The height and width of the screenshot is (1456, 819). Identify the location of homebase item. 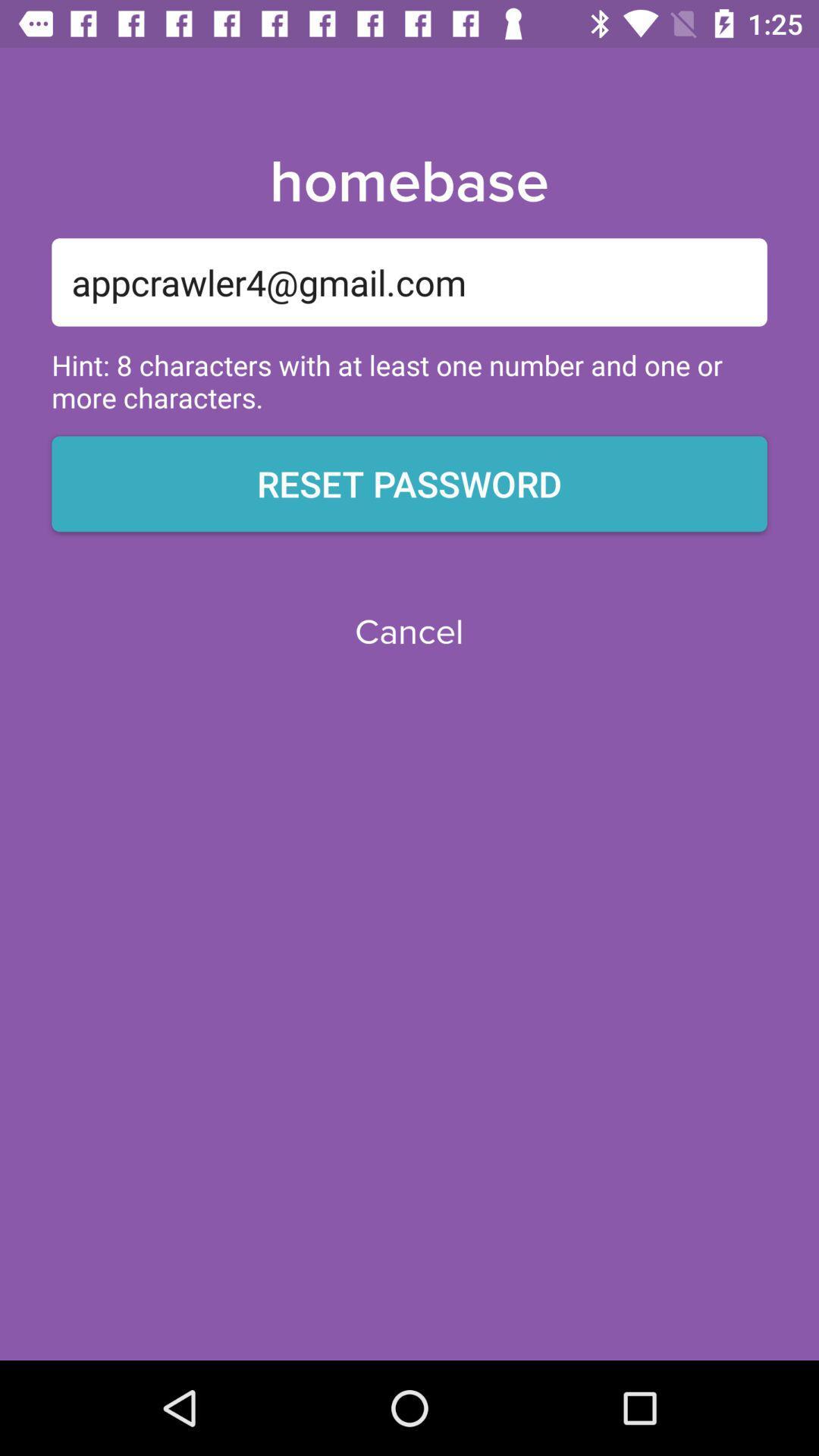
(408, 182).